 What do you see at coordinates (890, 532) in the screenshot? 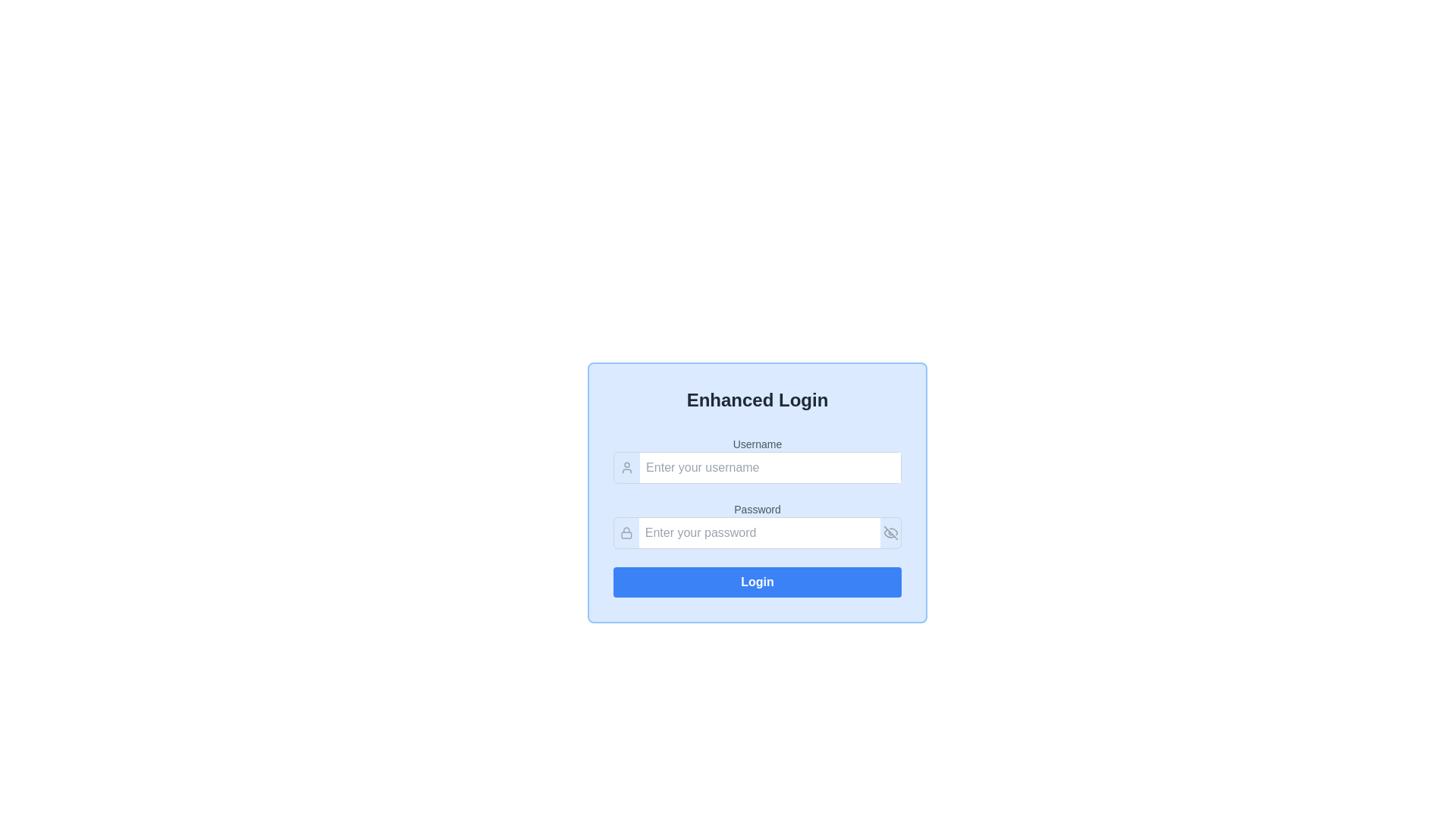
I see `the circular button with an eye icon and a slash, located at the far right of the password input field in the login form` at bounding box center [890, 532].